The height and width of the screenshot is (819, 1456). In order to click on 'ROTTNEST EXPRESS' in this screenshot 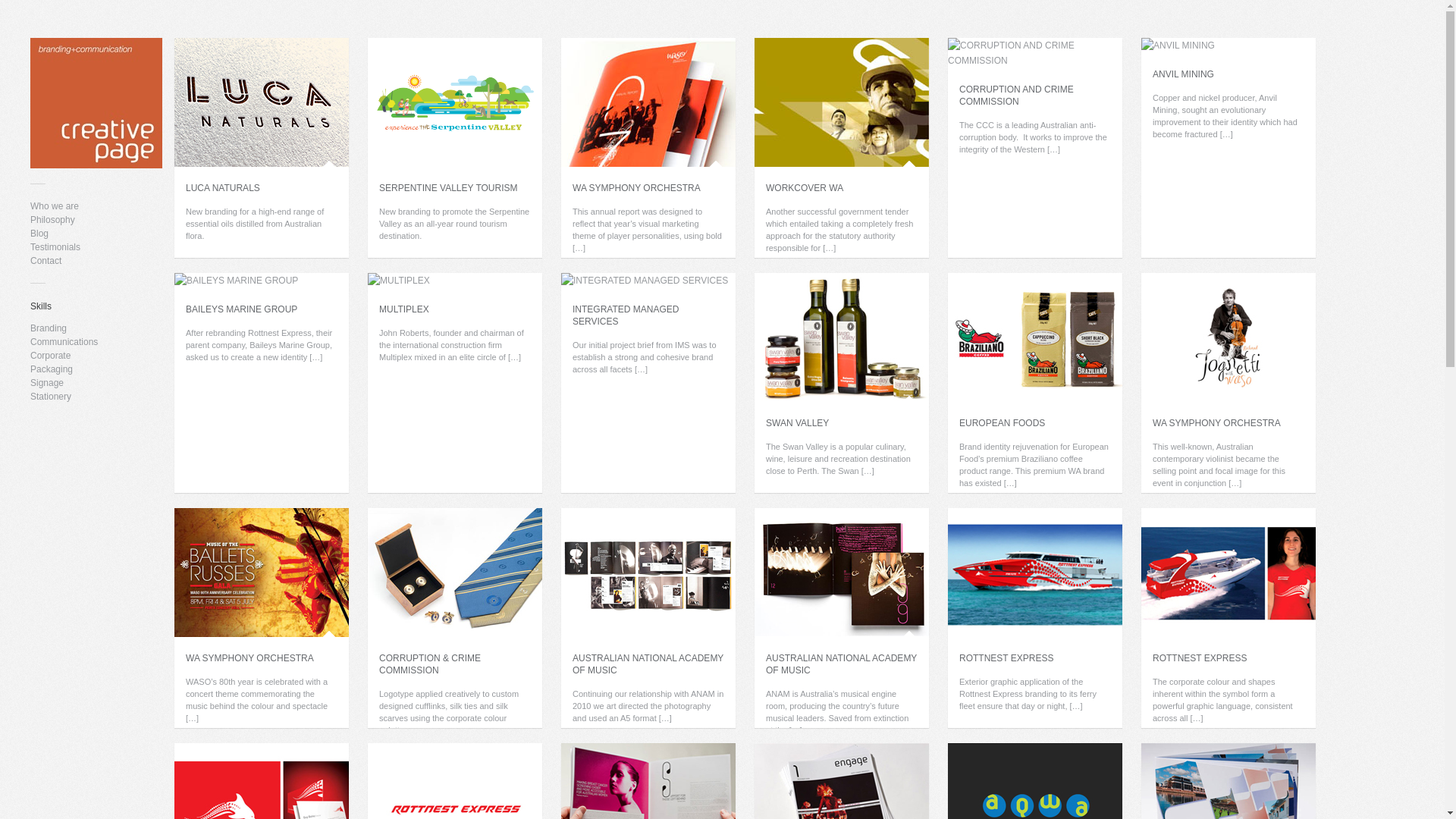, I will do `click(1034, 573)`.